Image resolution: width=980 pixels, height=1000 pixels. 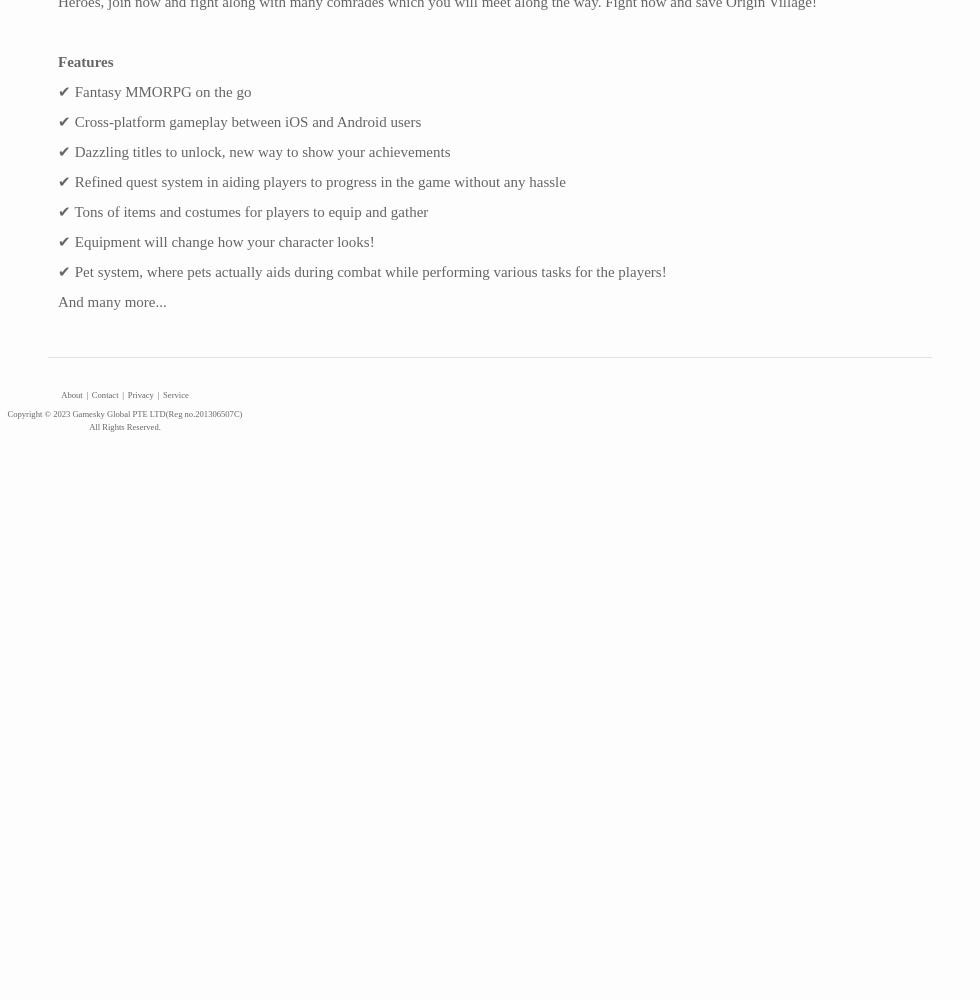 What do you see at coordinates (318, 182) in the screenshot?
I see `'Refined quest system in aiding players to progress in the game without any hassle'` at bounding box center [318, 182].